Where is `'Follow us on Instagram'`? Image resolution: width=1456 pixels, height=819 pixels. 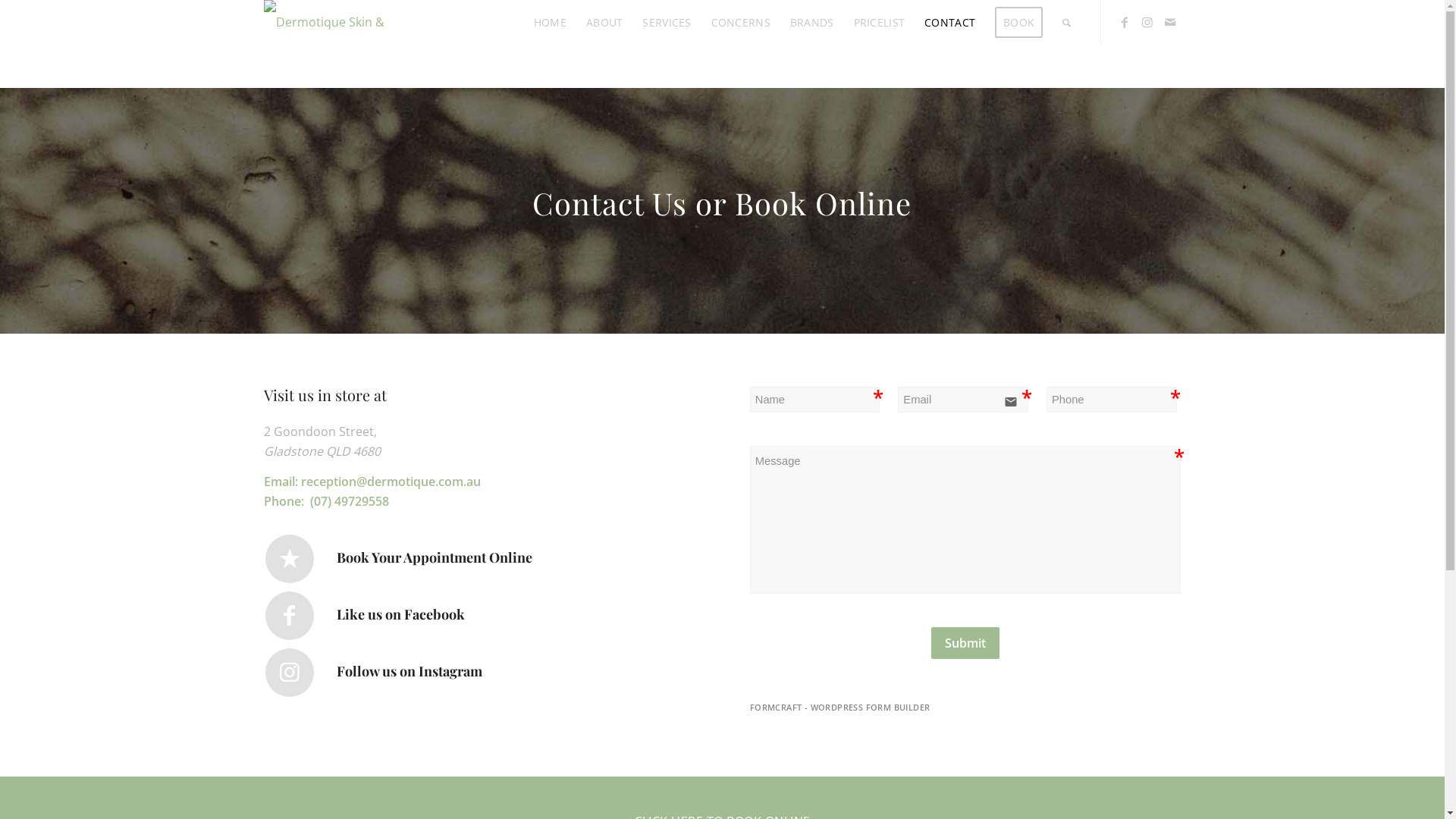 'Follow us on Instagram' is located at coordinates (290, 672).